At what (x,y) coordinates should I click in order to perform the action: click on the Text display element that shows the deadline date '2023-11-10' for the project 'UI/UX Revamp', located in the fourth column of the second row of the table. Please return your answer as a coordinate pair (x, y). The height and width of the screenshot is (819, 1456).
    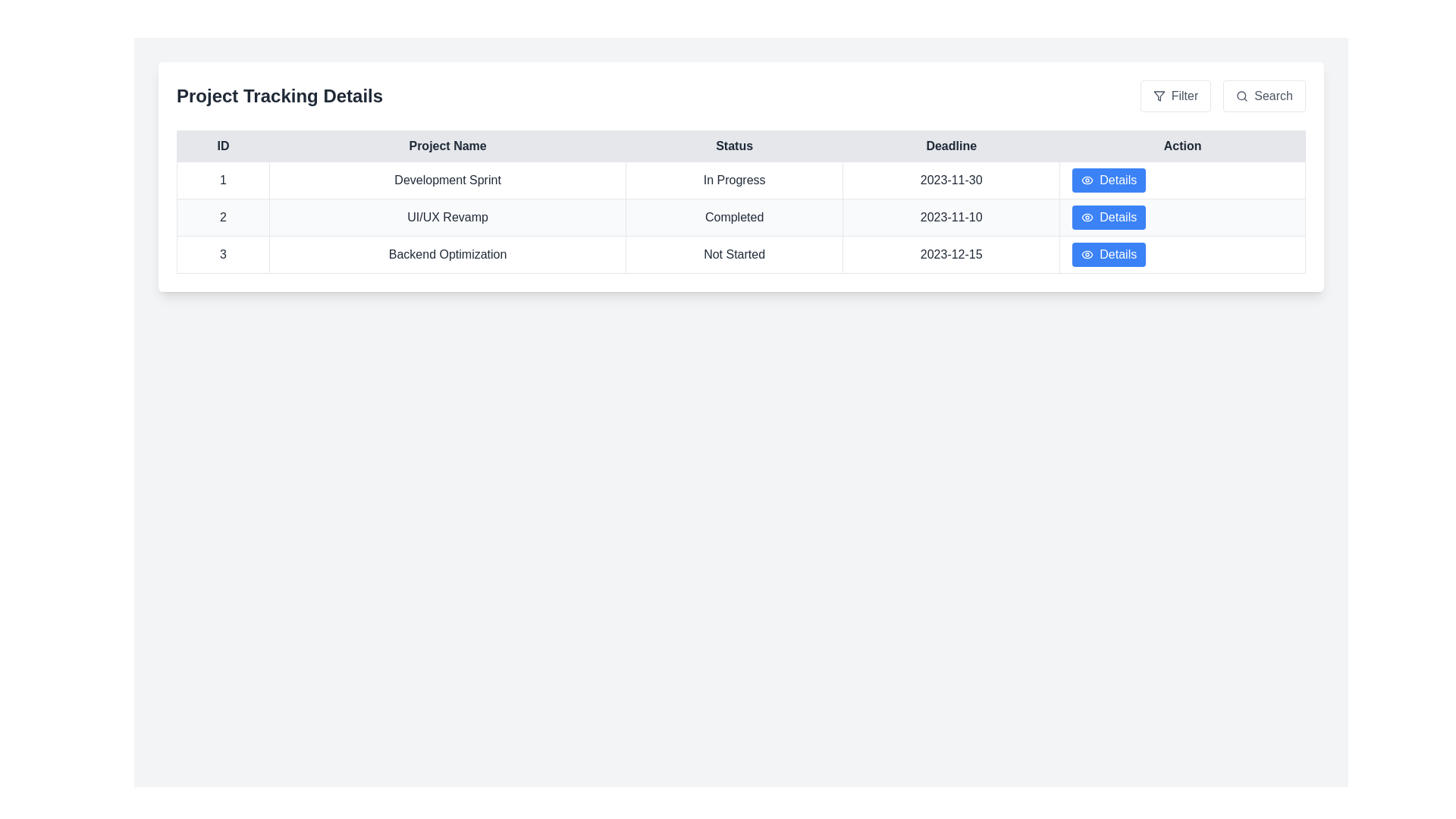
    Looking at the image, I should click on (950, 217).